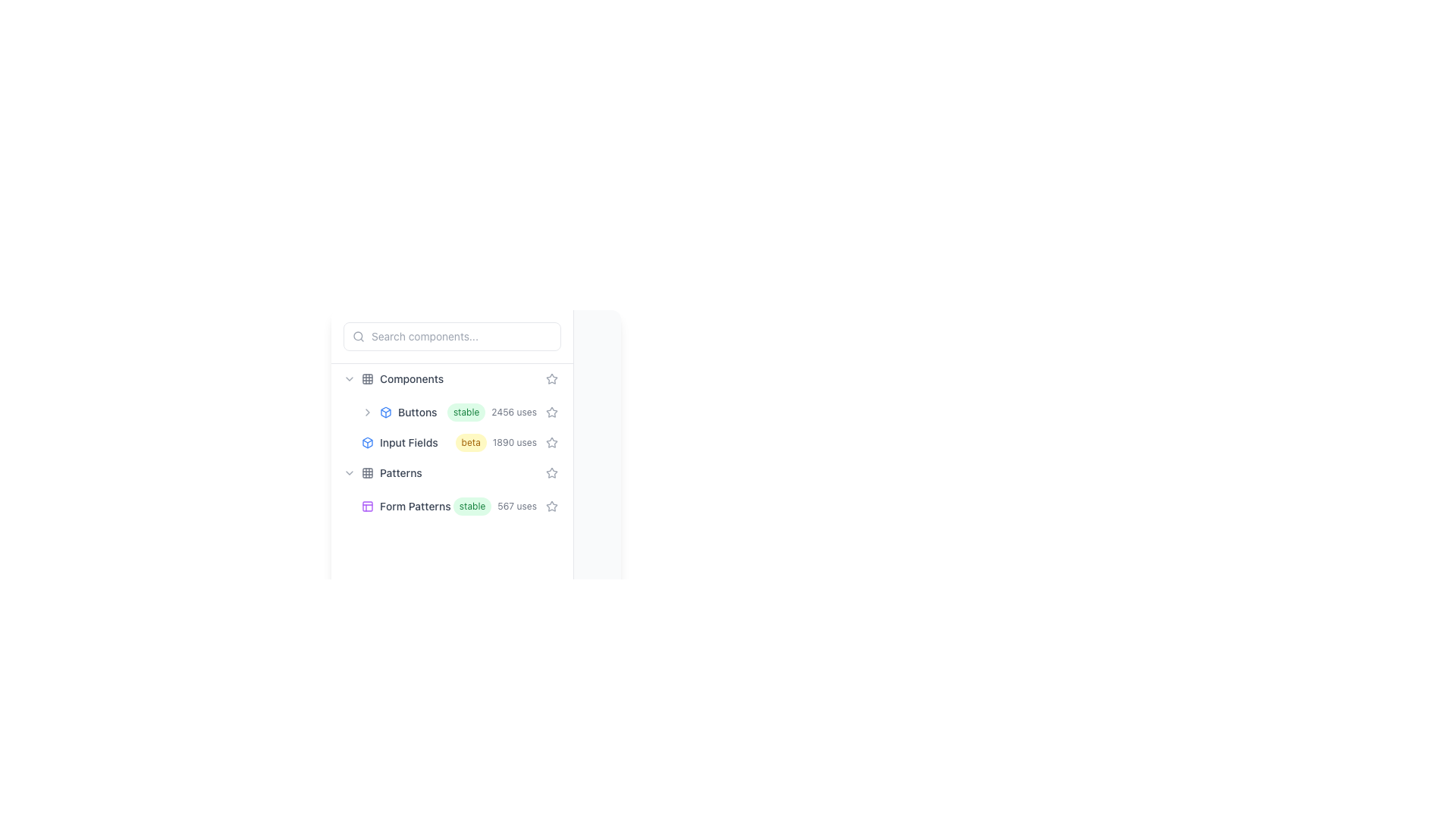  Describe the element at coordinates (451, 489) in the screenshot. I see `the 'Patterns' list item` at that location.